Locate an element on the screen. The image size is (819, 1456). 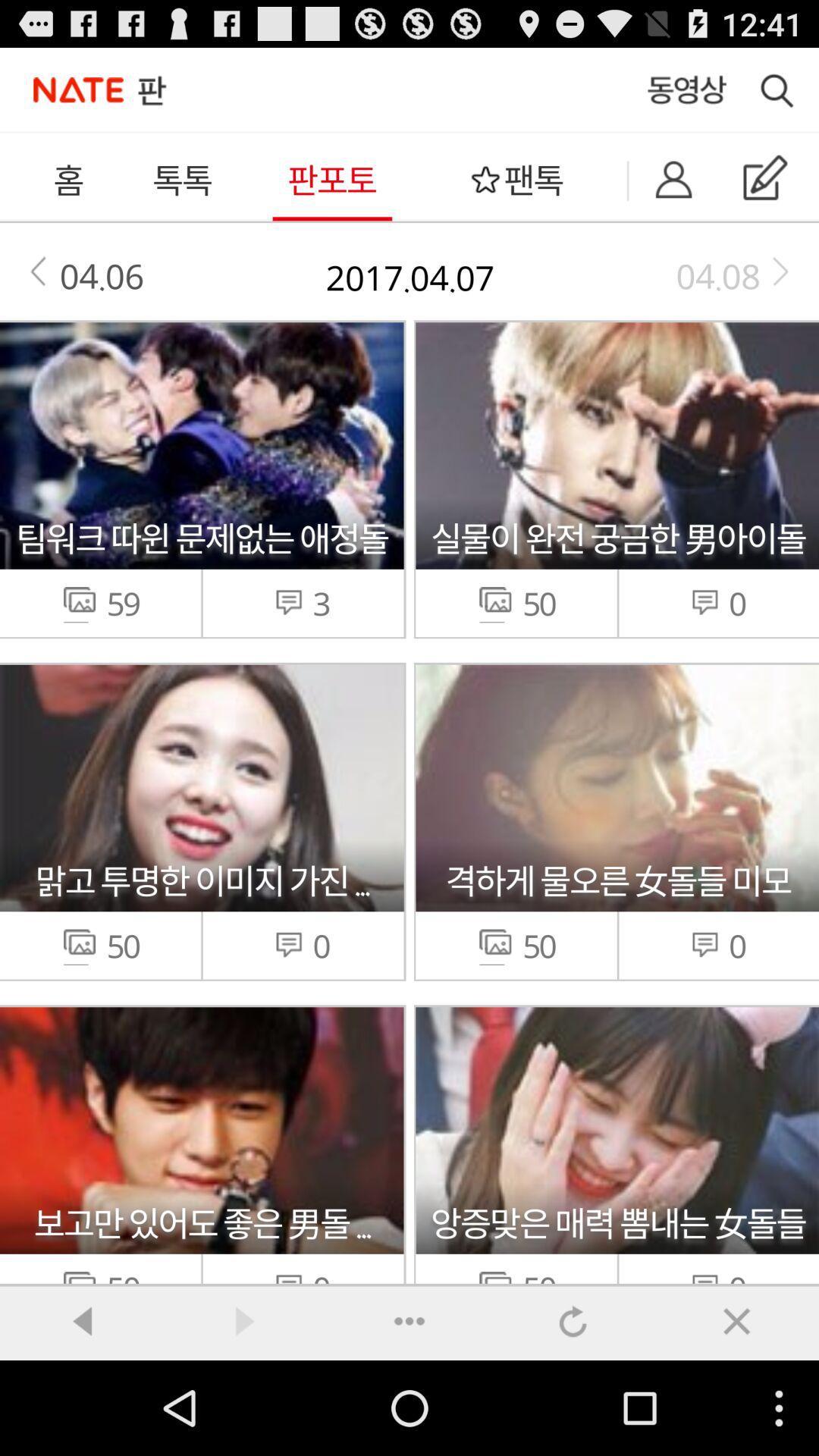
options bar is located at coordinates (409, 1319).